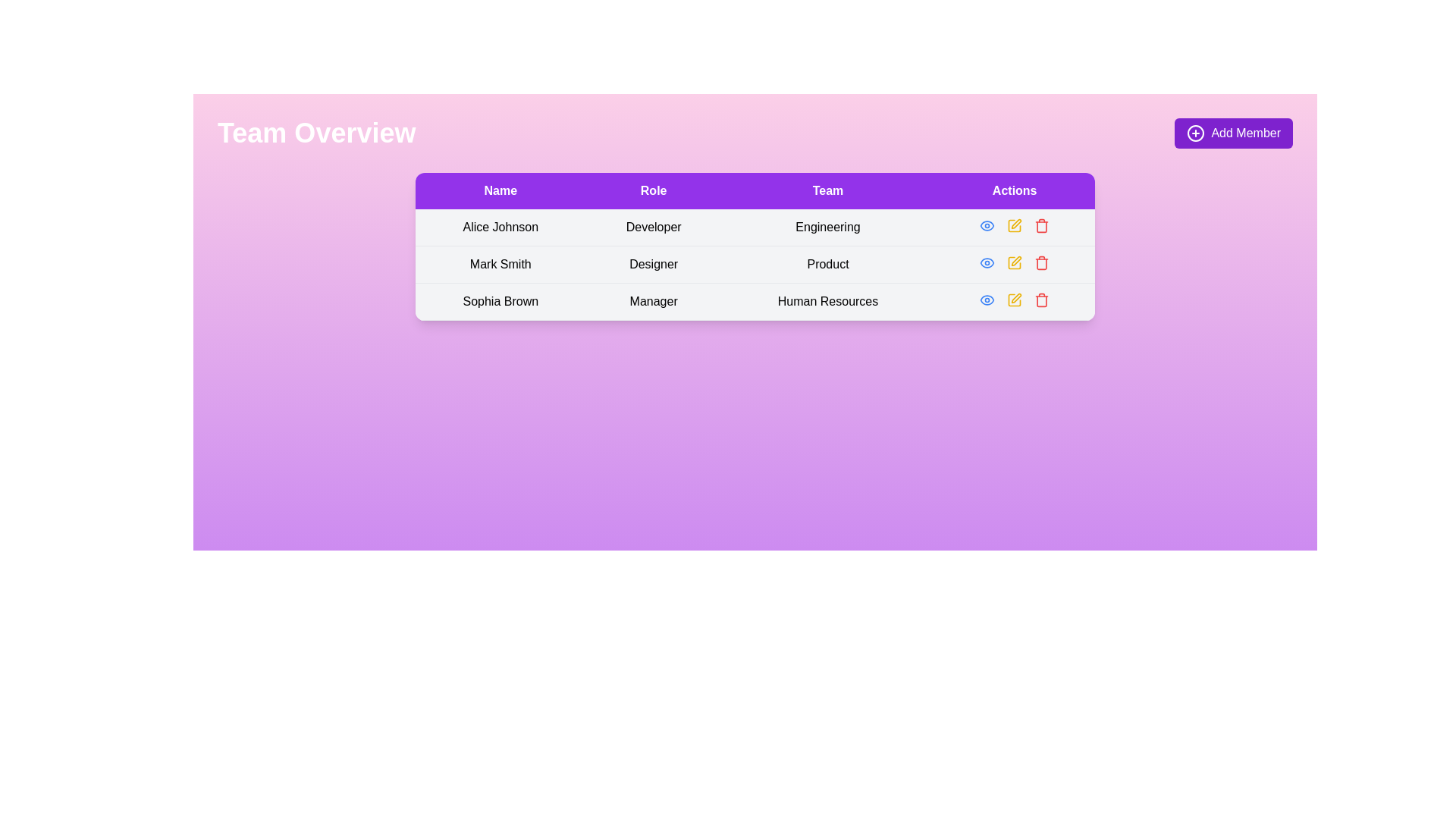 The width and height of the screenshot is (1456, 819). Describe the element at coordinates (1041, 300) in the screenshot. I see `the trash icon located in the 'Actions' column of the table` at that location.